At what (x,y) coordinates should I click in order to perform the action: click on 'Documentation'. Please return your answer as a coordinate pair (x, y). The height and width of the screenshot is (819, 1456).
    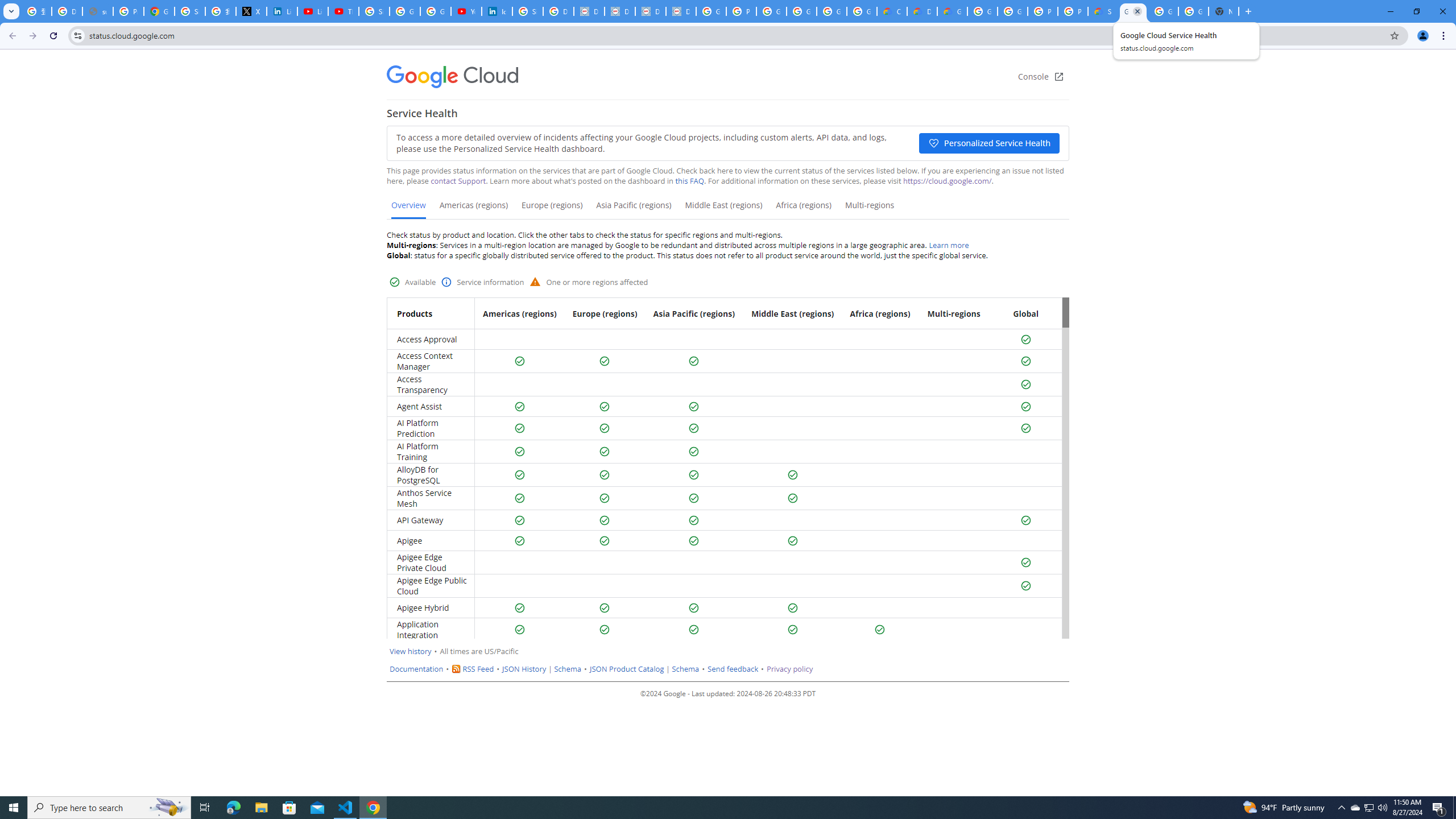
    Looking at the image, I should click on (417, 668).